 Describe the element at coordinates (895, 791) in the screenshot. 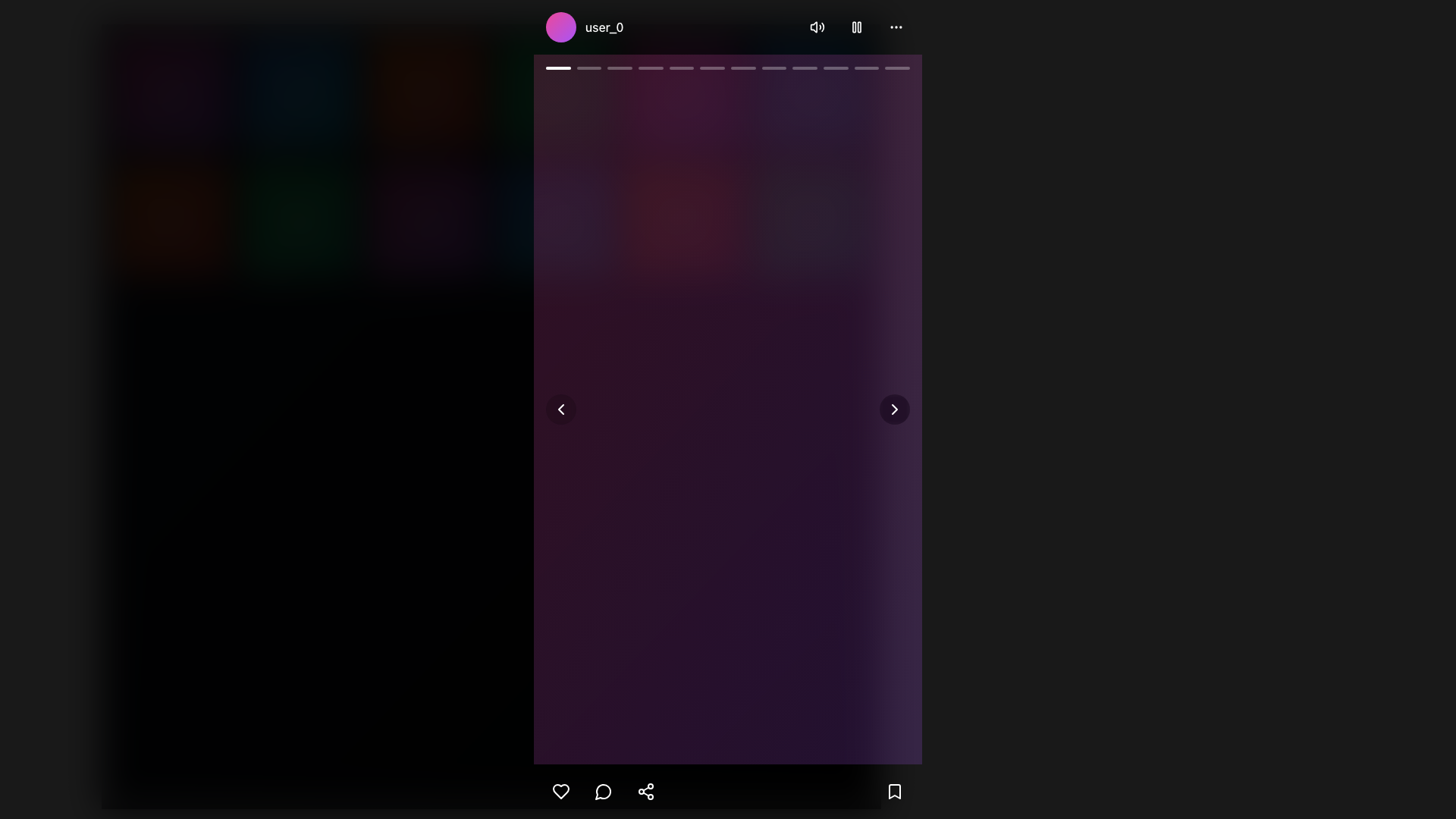

I see `the 'Bookmark' icon located at the bottom-right corner of the interface` at that location.